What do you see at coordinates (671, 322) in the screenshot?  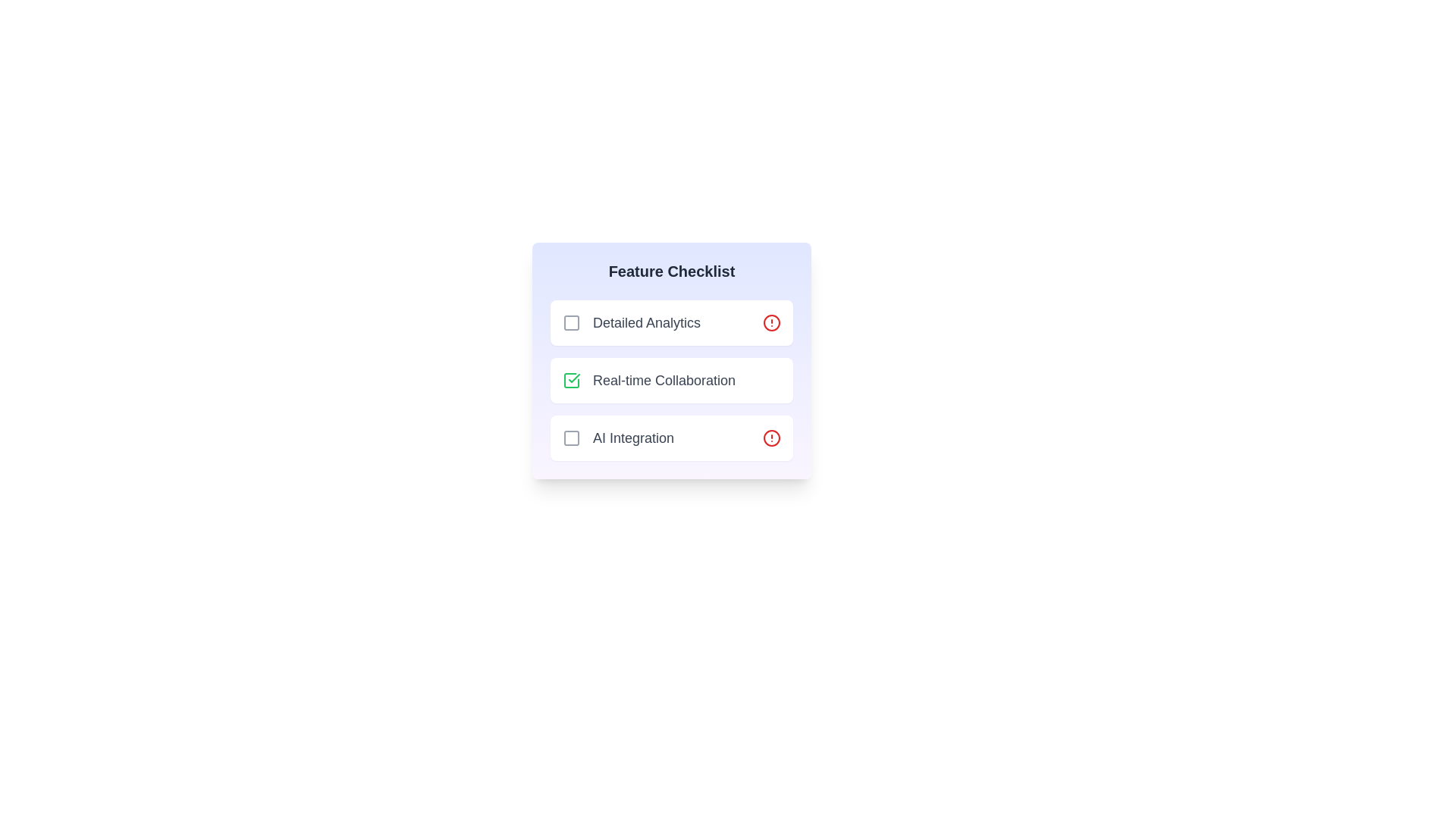 I see `the checklist item Detailed Analytics to observe its hover effect` at bounding box center [671, 322].